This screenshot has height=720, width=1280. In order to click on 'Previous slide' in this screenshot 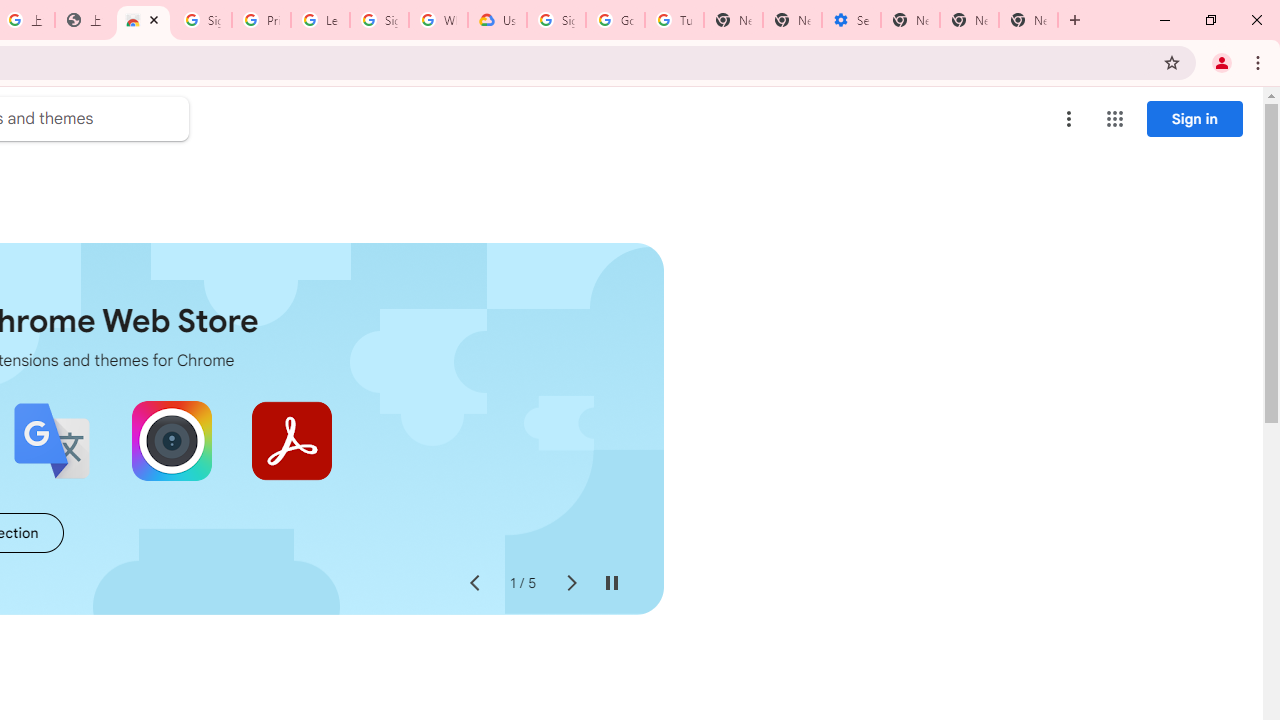, I will do `click(473, 583)`.